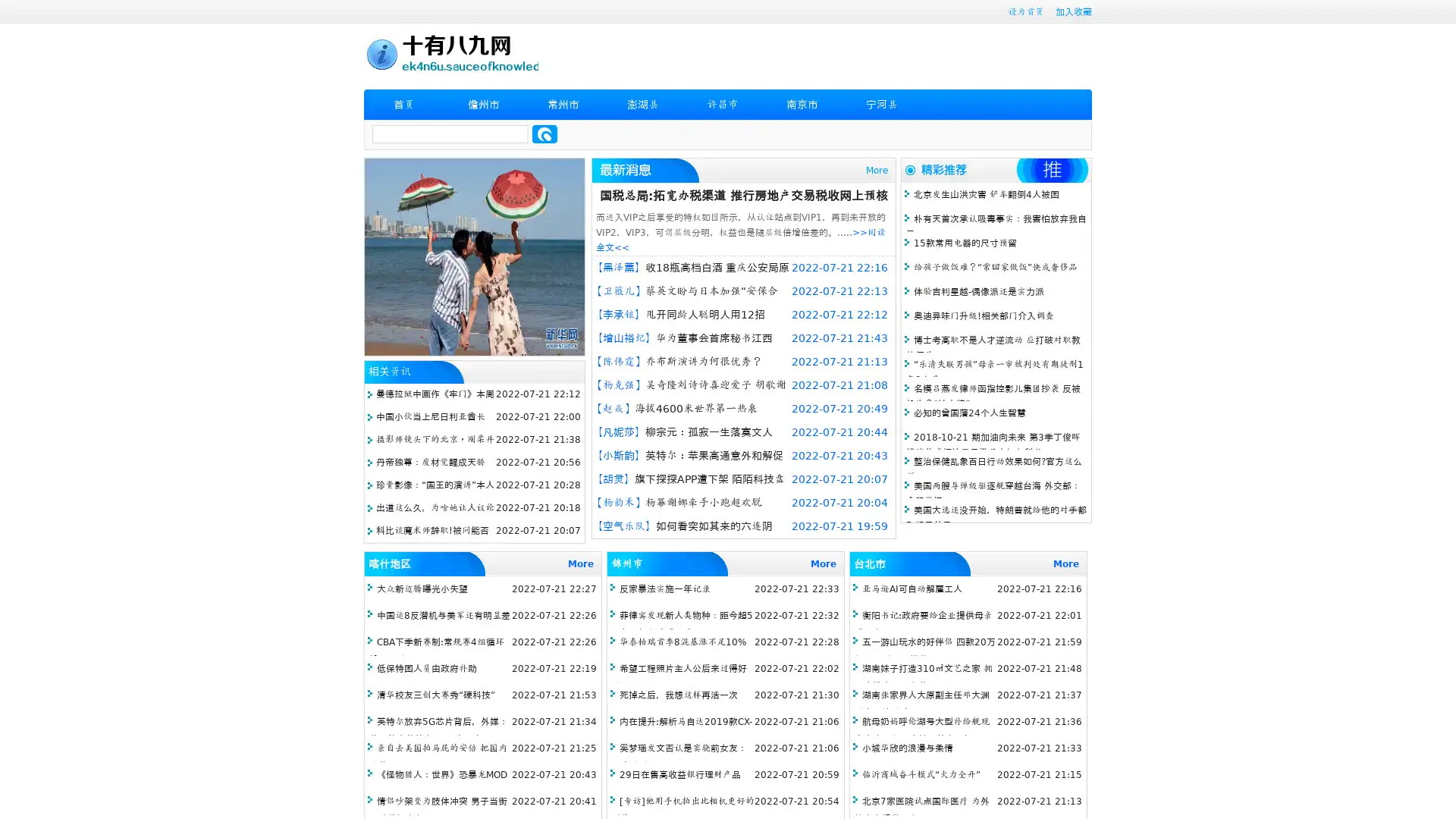 The height and width of the screenshot is (819, 1456). I want to click on Search, so click(544, 133).